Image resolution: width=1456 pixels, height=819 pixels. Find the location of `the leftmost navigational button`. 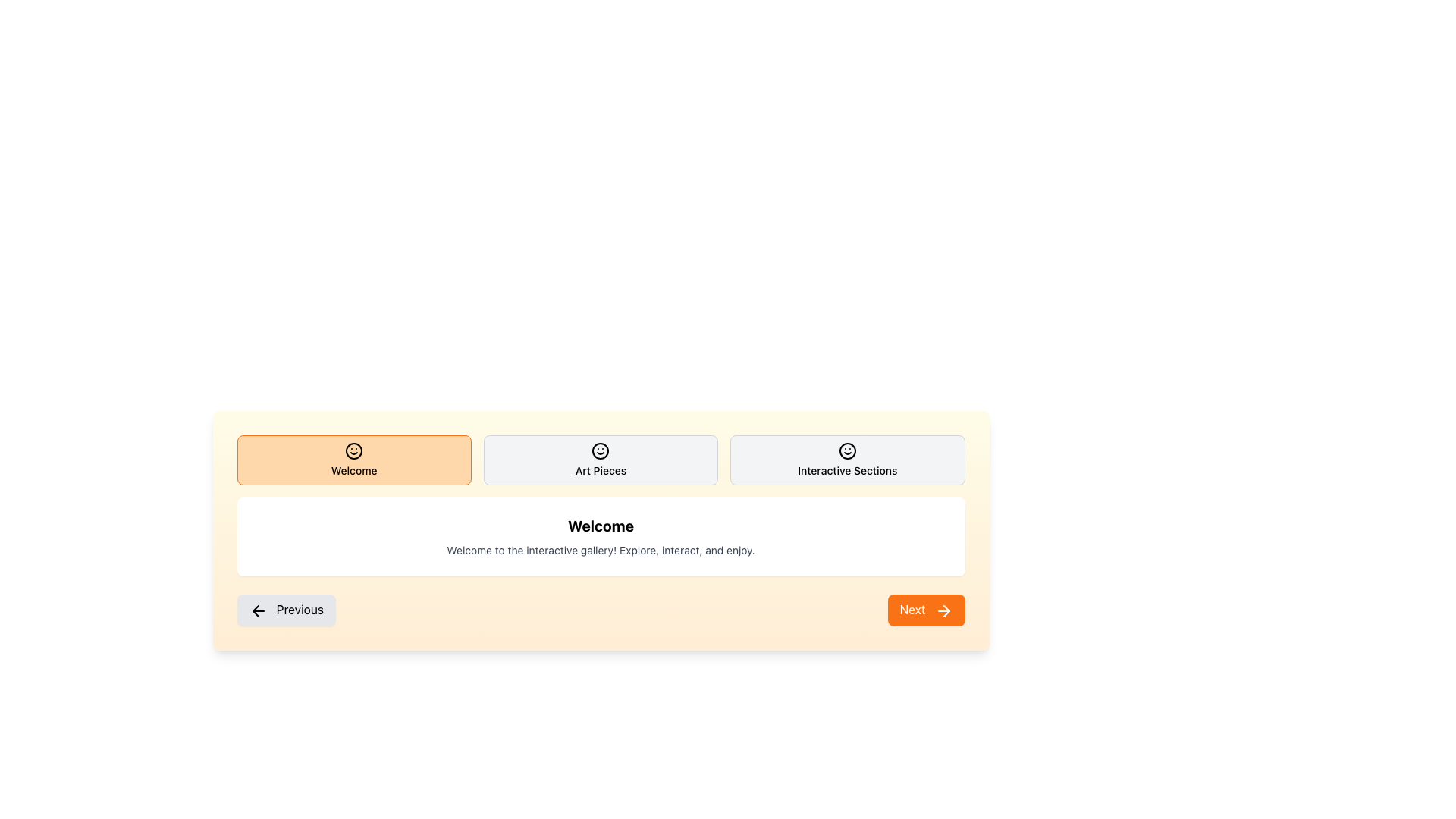

the leftmost navigational button is located at coordinates (353, 459).